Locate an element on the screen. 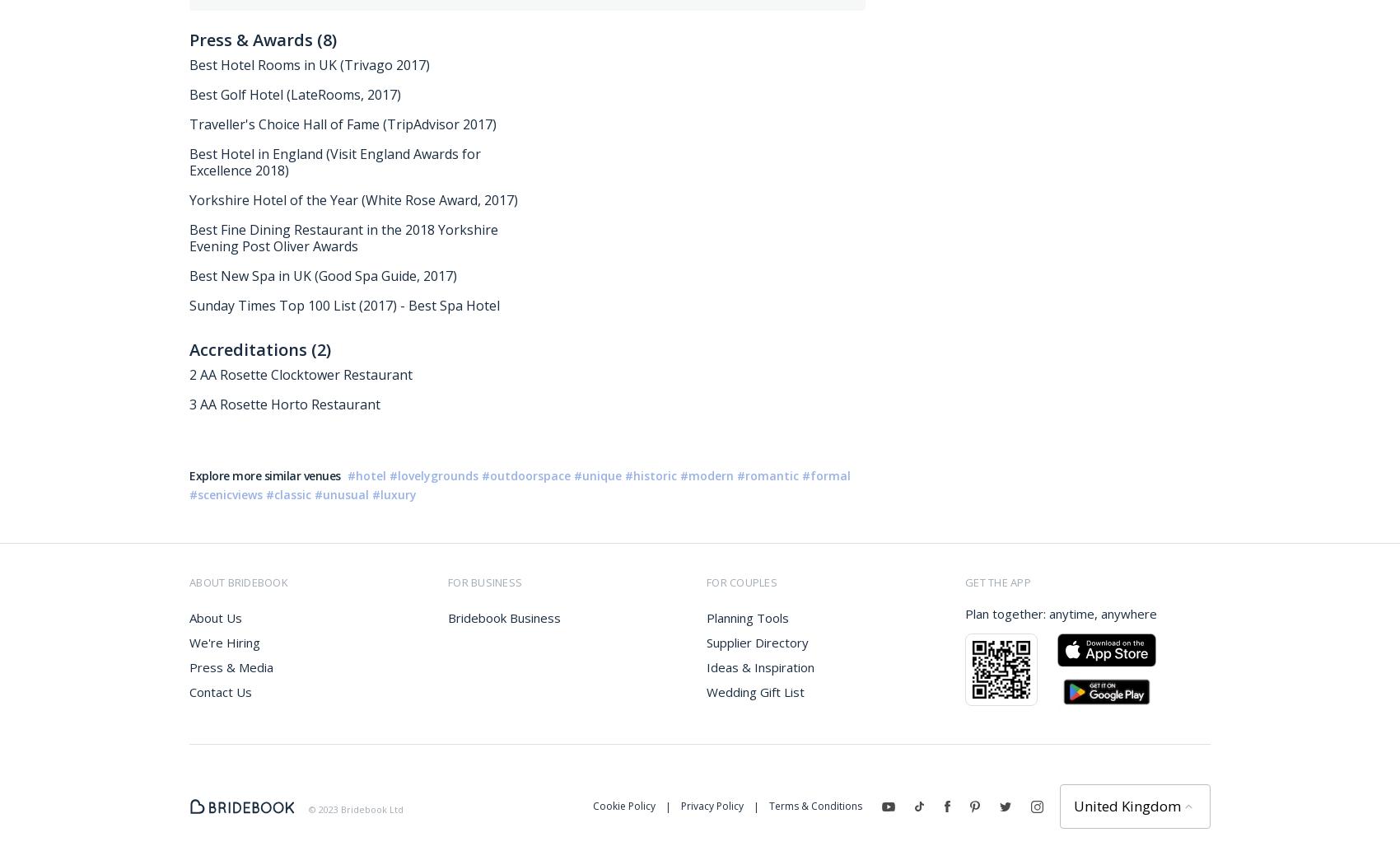 The width and height of the screenshot is (1400, 865). '#luxury' is located at coordinates (394, 494).